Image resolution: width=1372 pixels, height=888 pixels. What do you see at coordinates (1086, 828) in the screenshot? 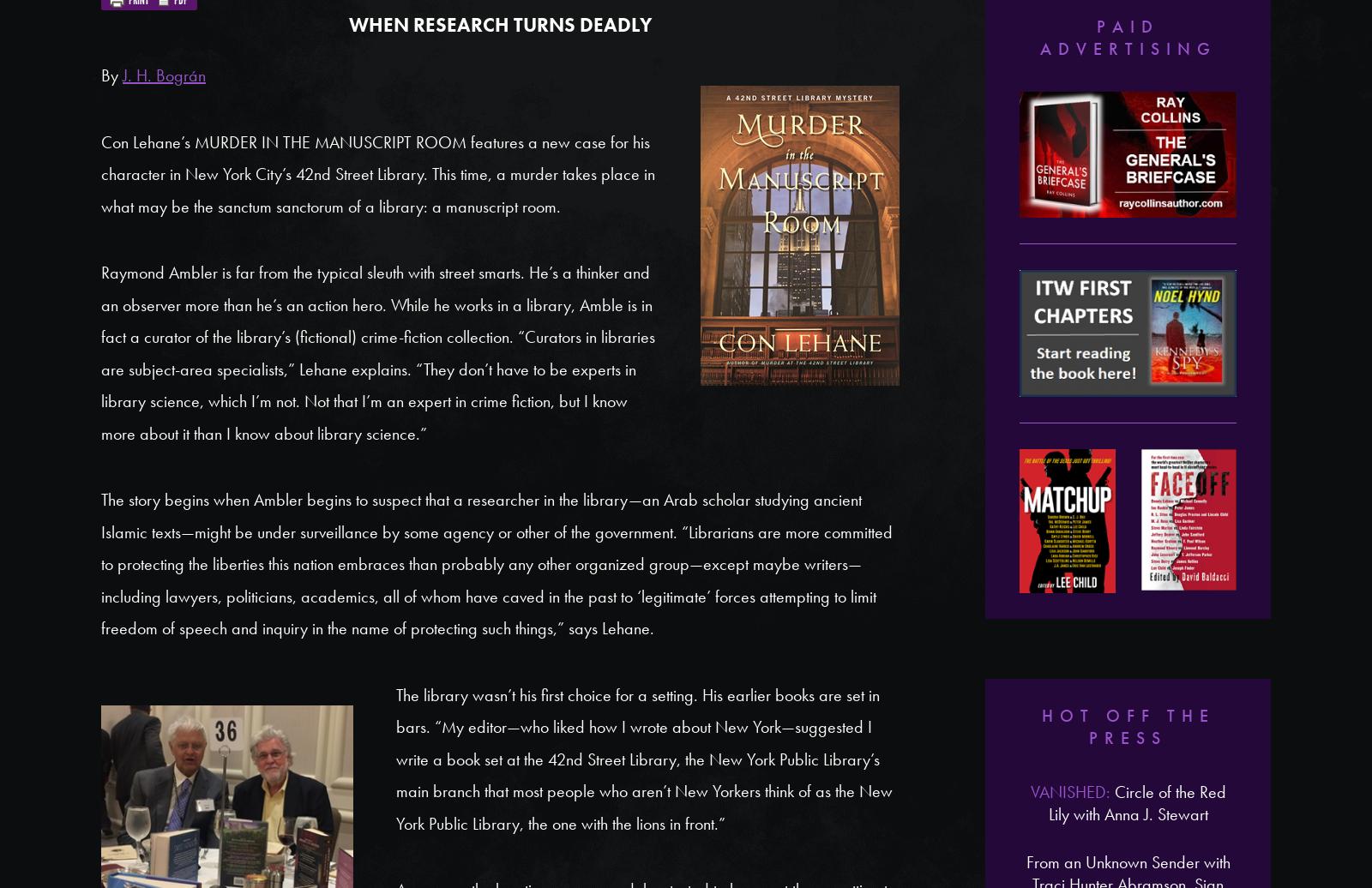
I see `'Nita Prose'` at bounding box center [1086, 828].